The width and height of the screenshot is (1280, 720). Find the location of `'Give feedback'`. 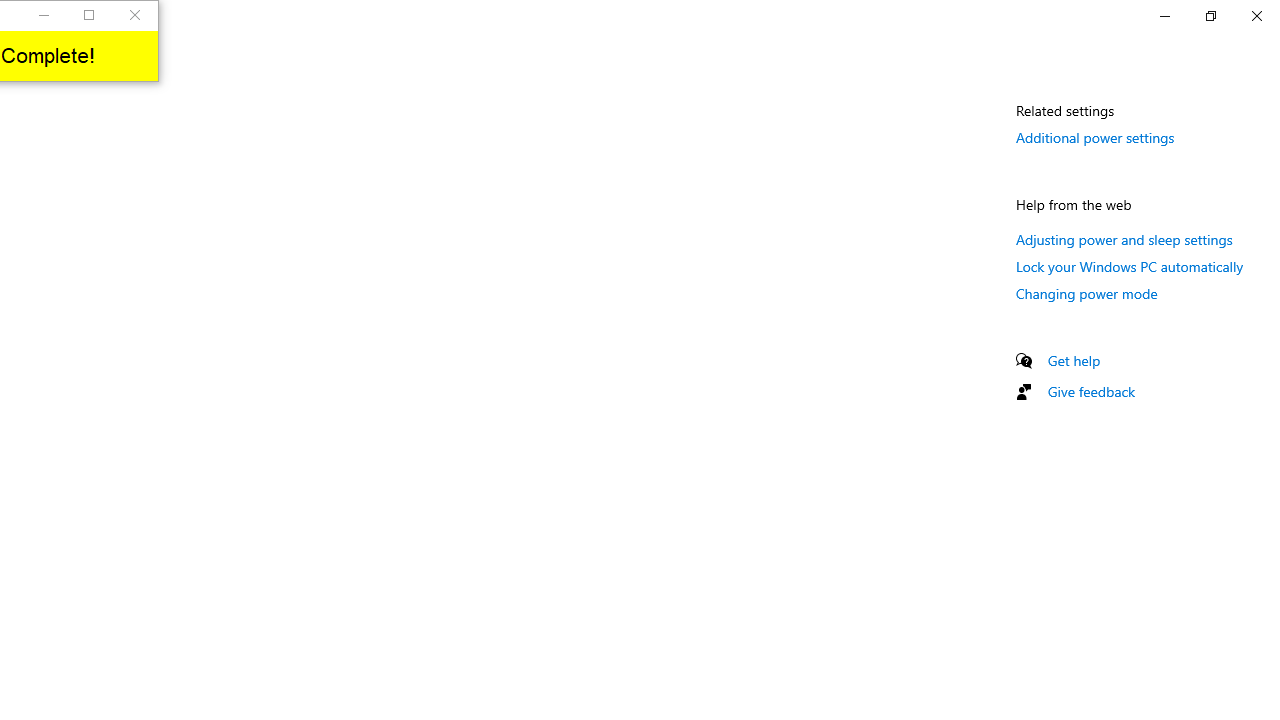

'Give feedback' is located at coordinates (1090, 391).